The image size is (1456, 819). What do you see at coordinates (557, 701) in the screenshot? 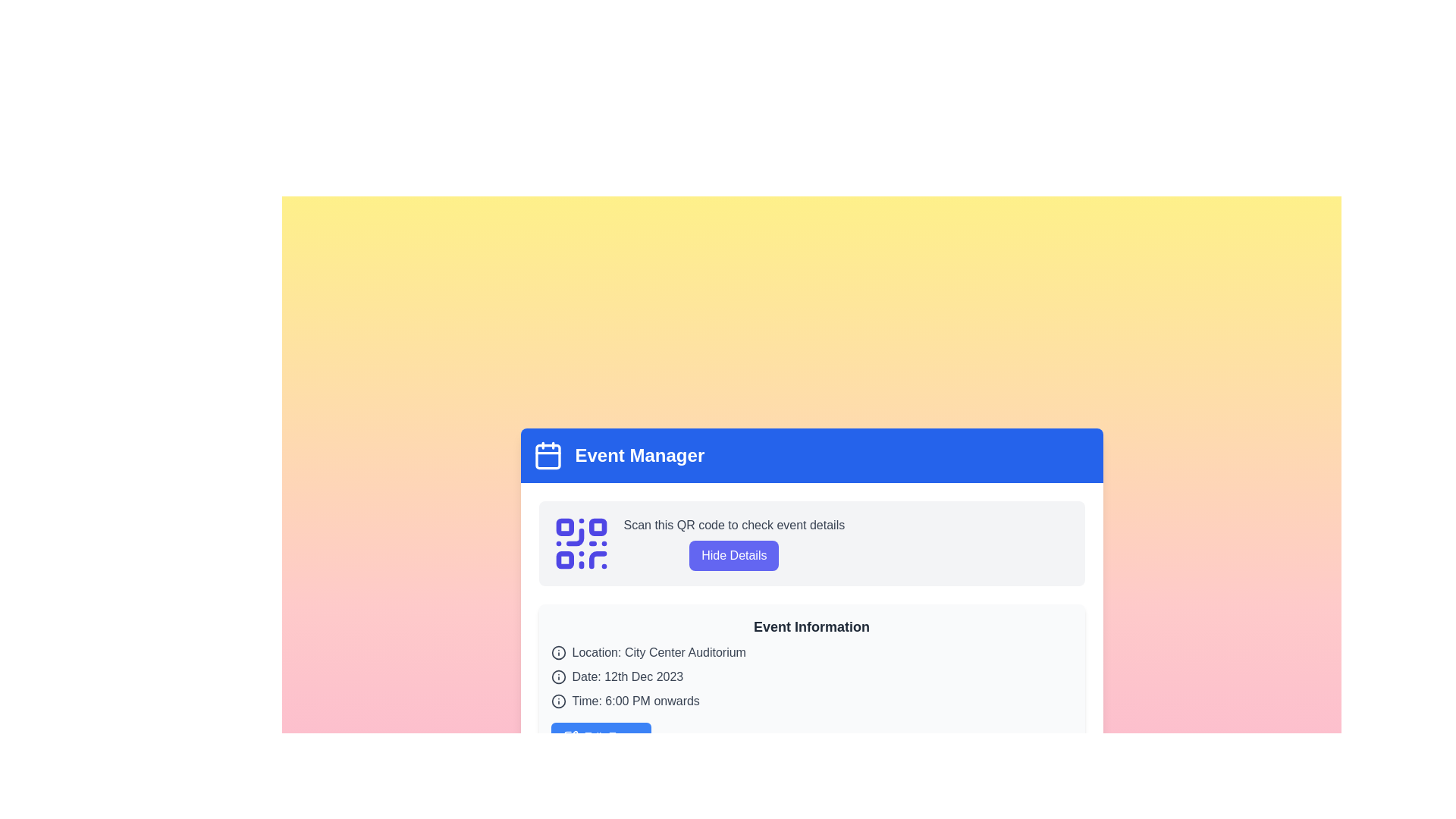
I see `the informational icon, which is a small outlined circle with an 'i' symbol, located to the left of the text 'Time: 6:00 PM onwards'` at bounding box center [557, 701].